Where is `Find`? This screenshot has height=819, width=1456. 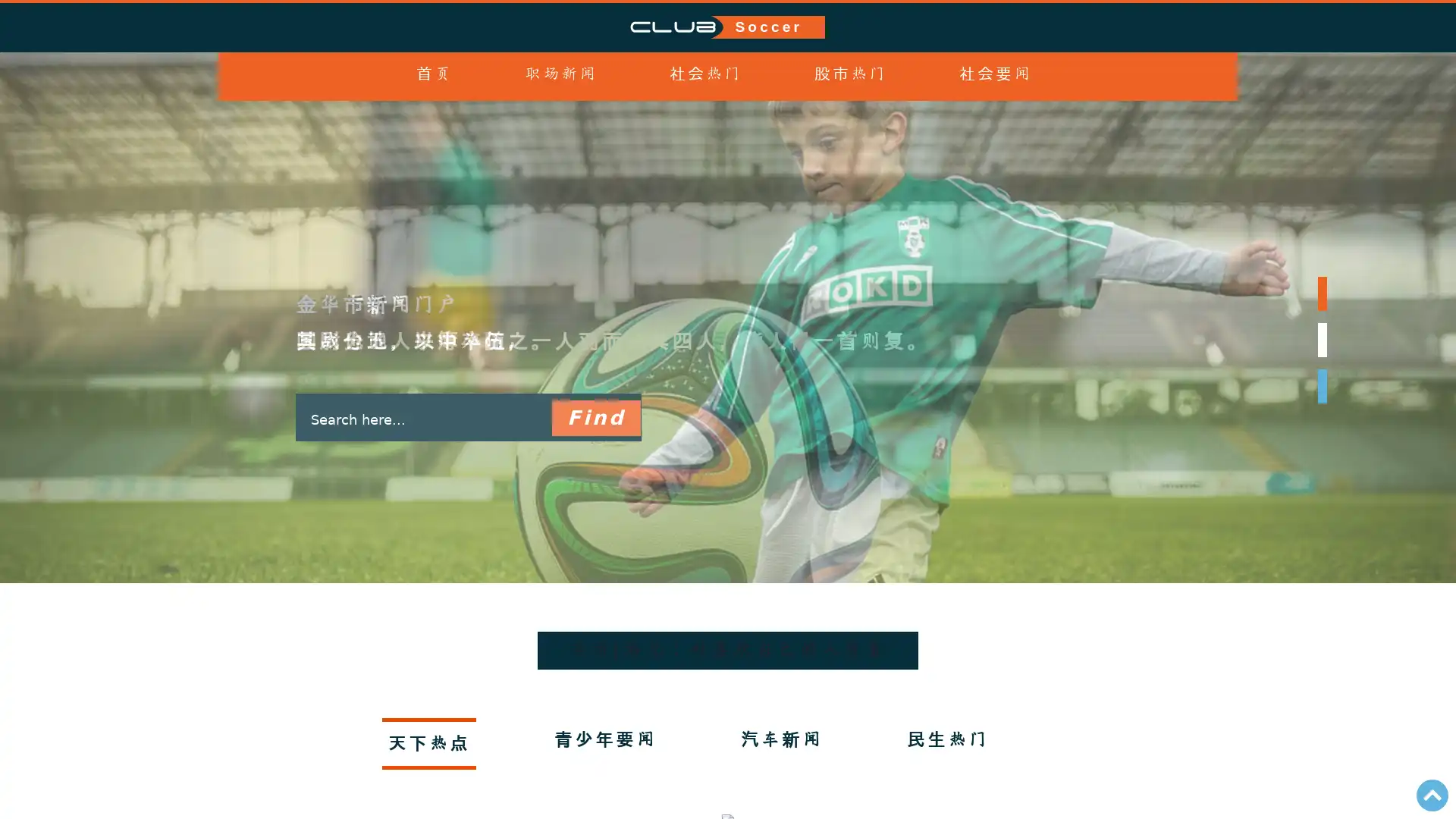 Find is located at coordinates (595, 418).